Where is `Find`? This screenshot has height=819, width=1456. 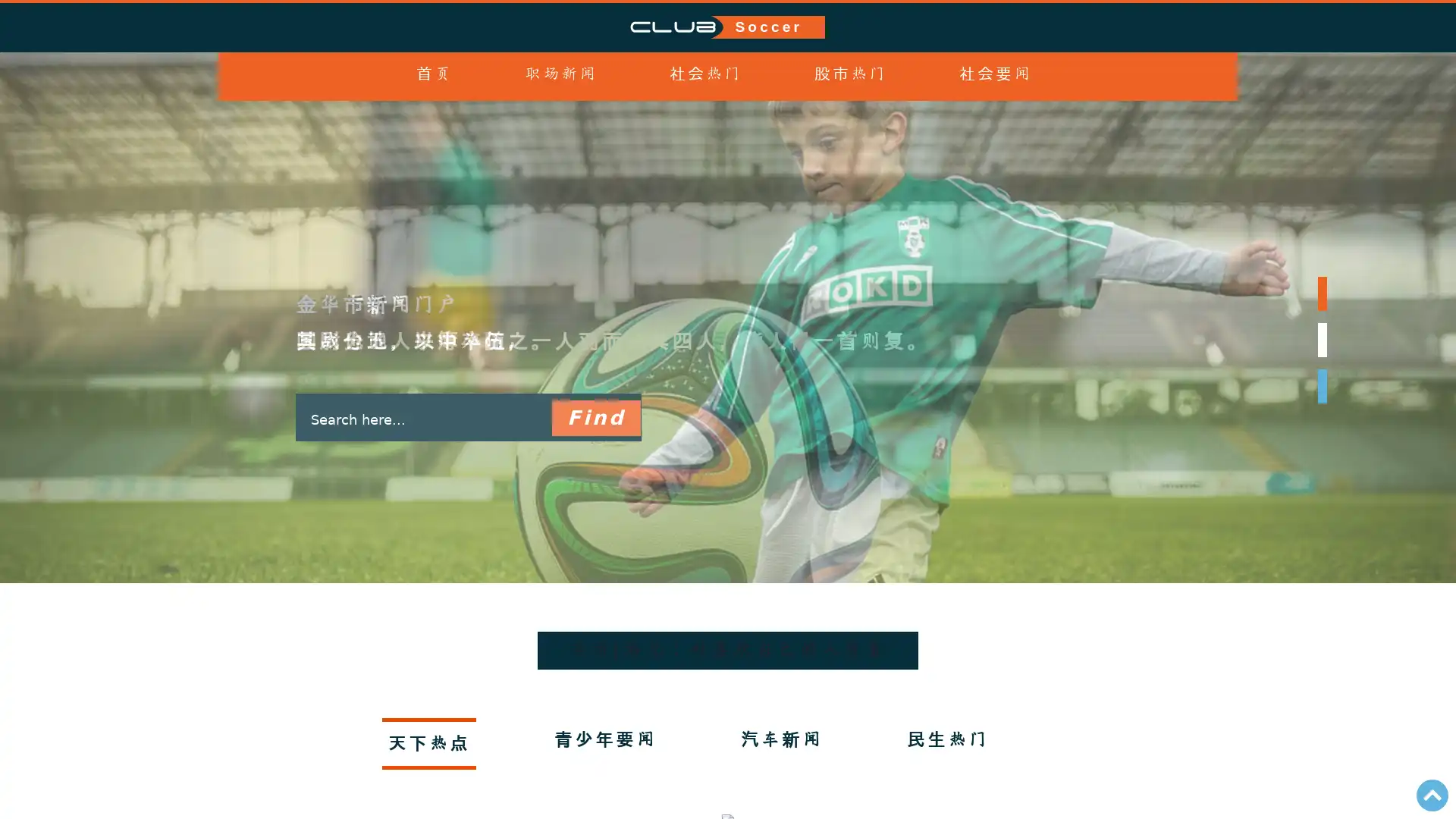 Find is located at coordinates (595, 418).